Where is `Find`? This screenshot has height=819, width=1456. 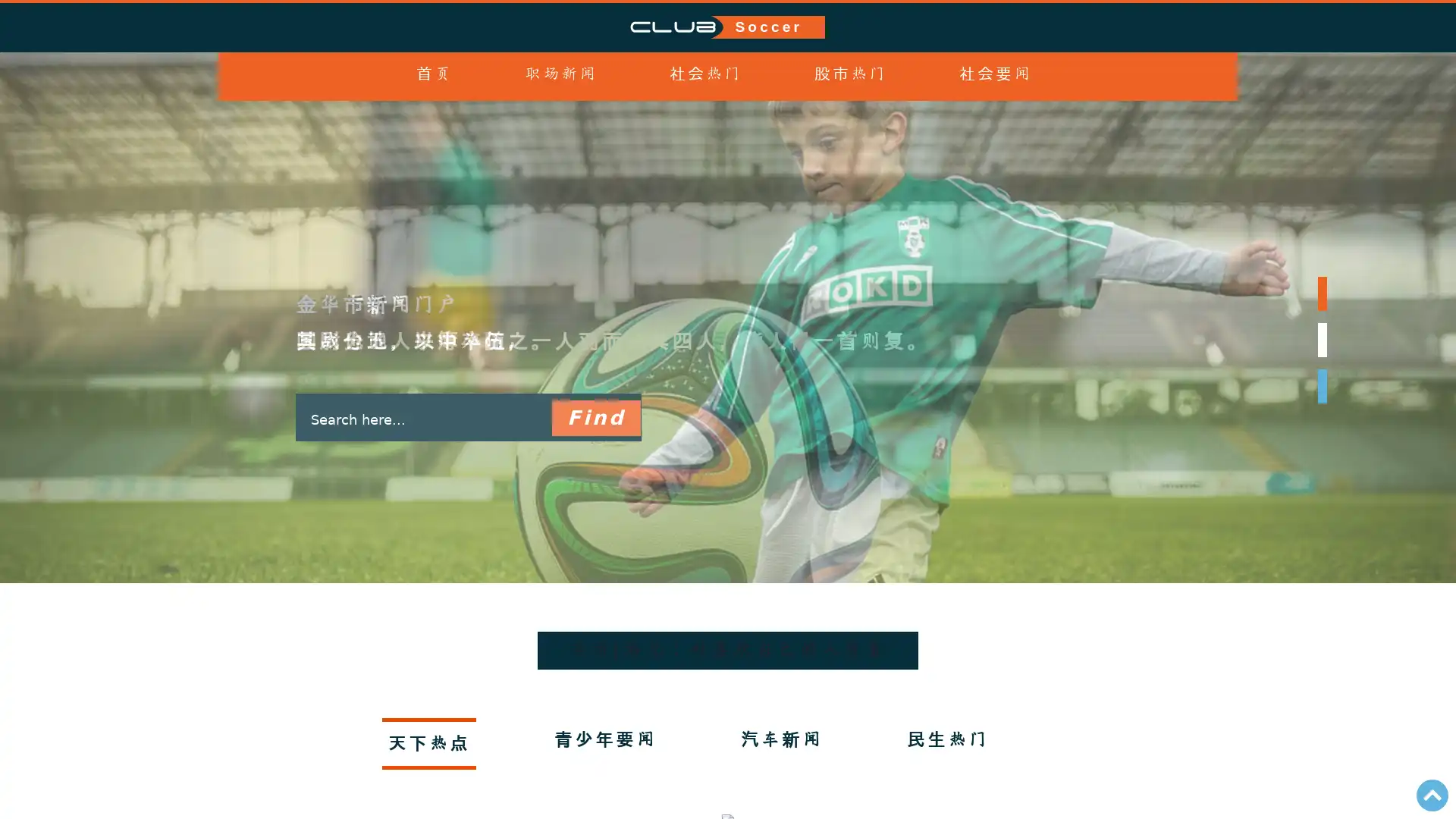 Find is located at coordinates (595, 418).